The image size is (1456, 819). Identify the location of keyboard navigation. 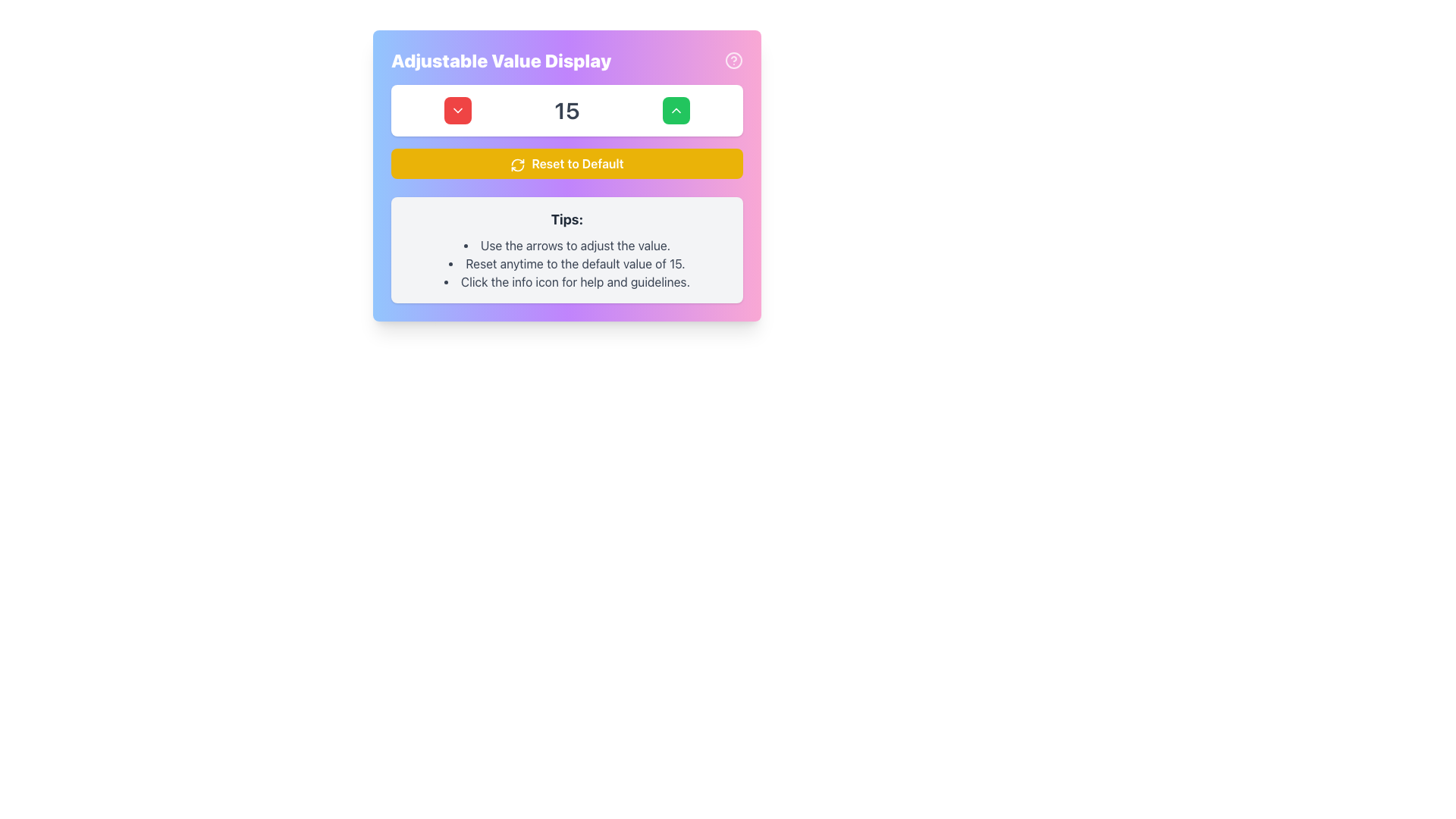
(675, 110).